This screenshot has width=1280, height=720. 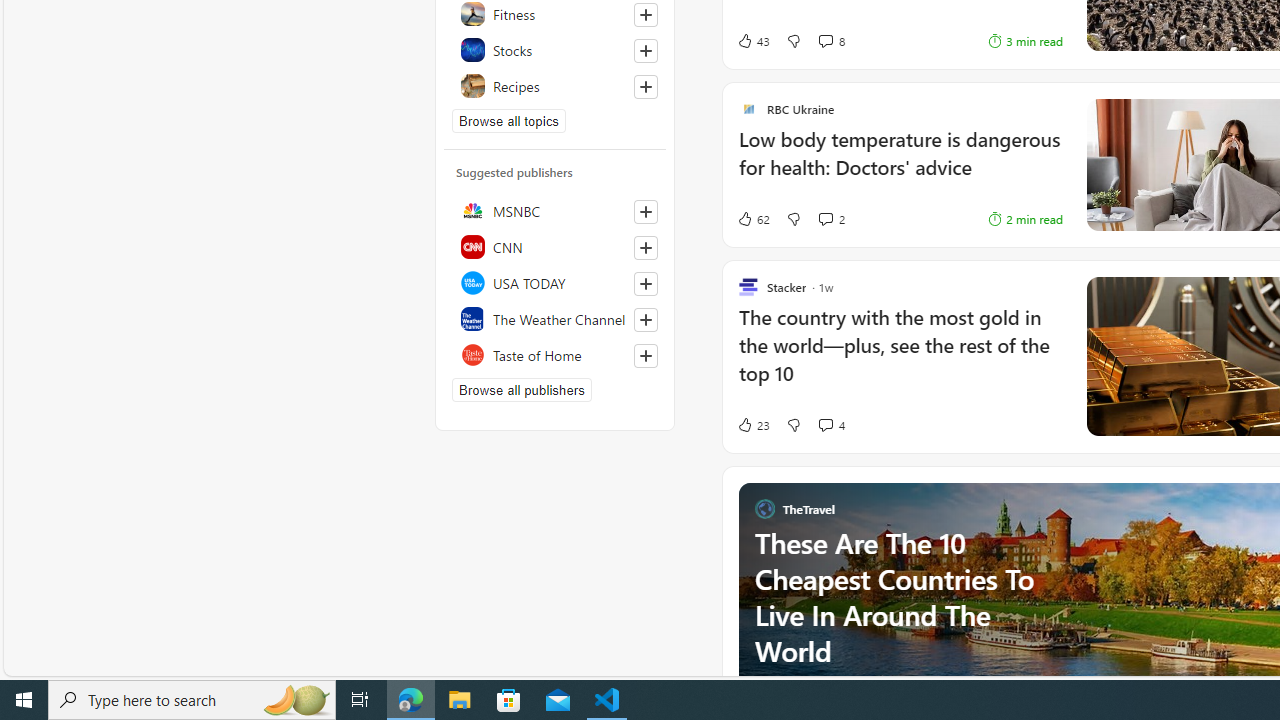 I want to click on 'MSNBC', so click(x=555, y=210).